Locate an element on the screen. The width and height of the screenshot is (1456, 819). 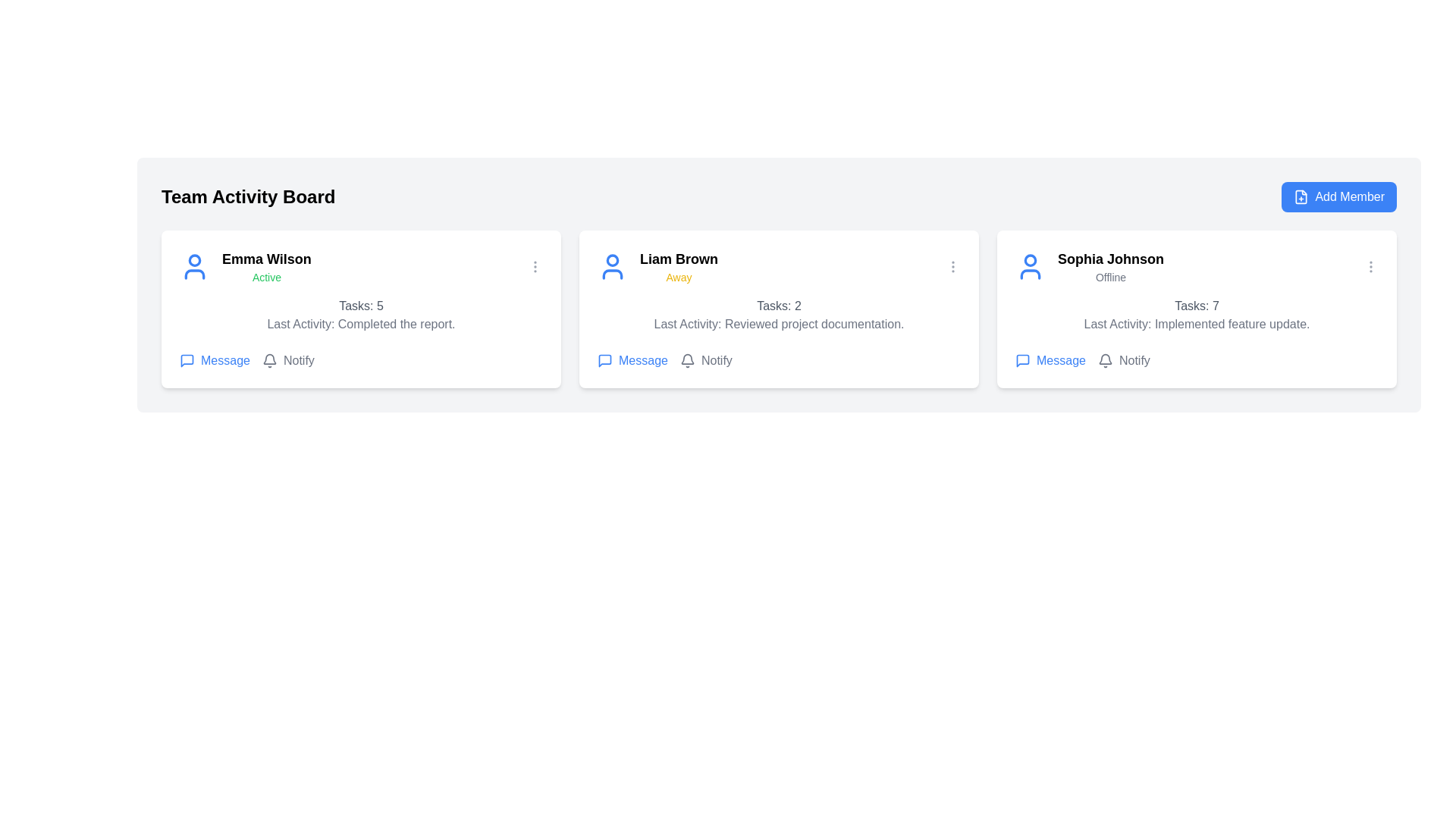
the interactive 'Notify' button, which features a bell icon and changes shade when hovered, located to the right of the 'Message' option for 'Sophia Johnson' is located at coordinates (1124, 360).